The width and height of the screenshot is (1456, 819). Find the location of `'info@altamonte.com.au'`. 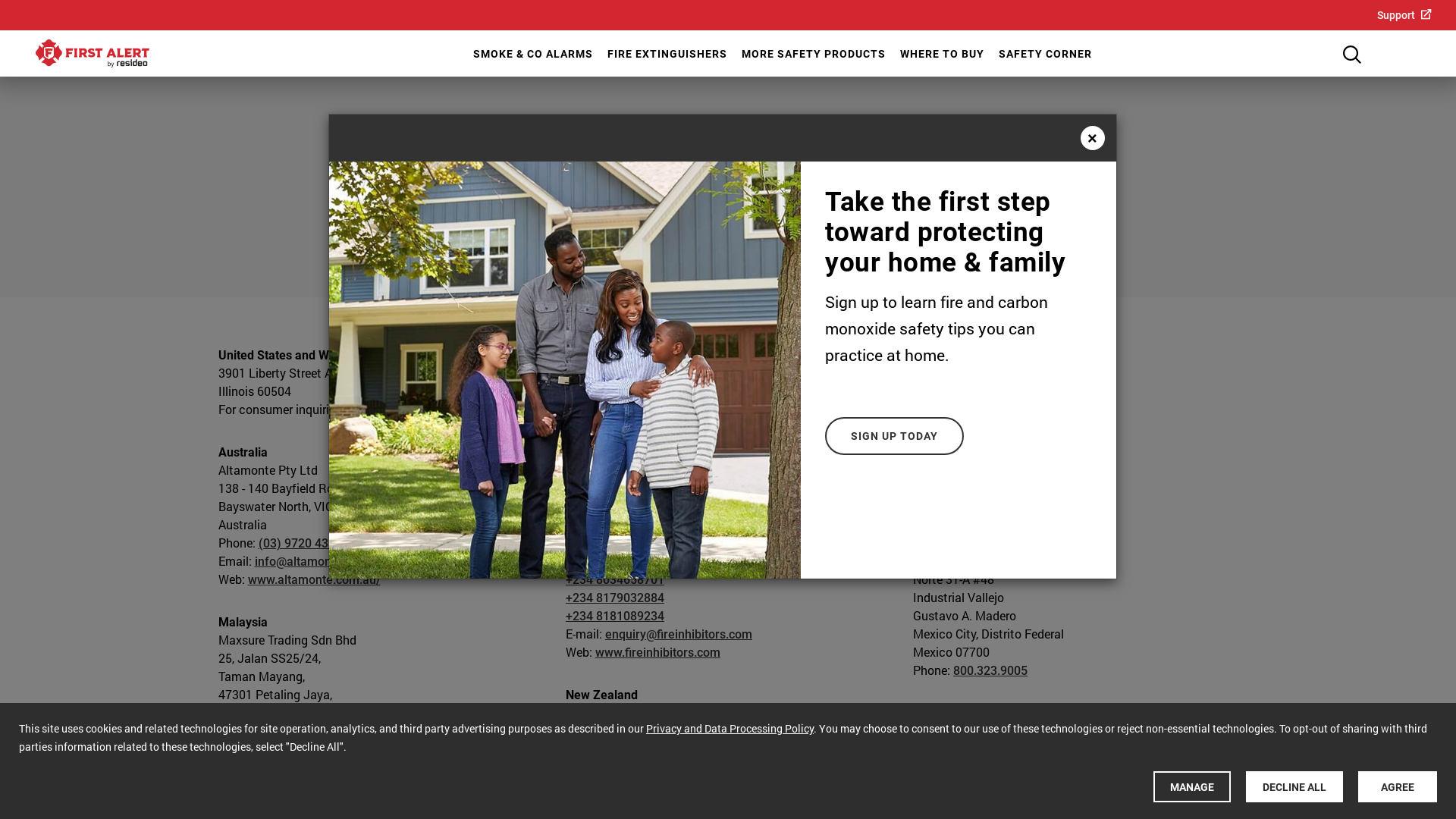

'info@altamonte.com.au' is located at coordinates (255, 560).